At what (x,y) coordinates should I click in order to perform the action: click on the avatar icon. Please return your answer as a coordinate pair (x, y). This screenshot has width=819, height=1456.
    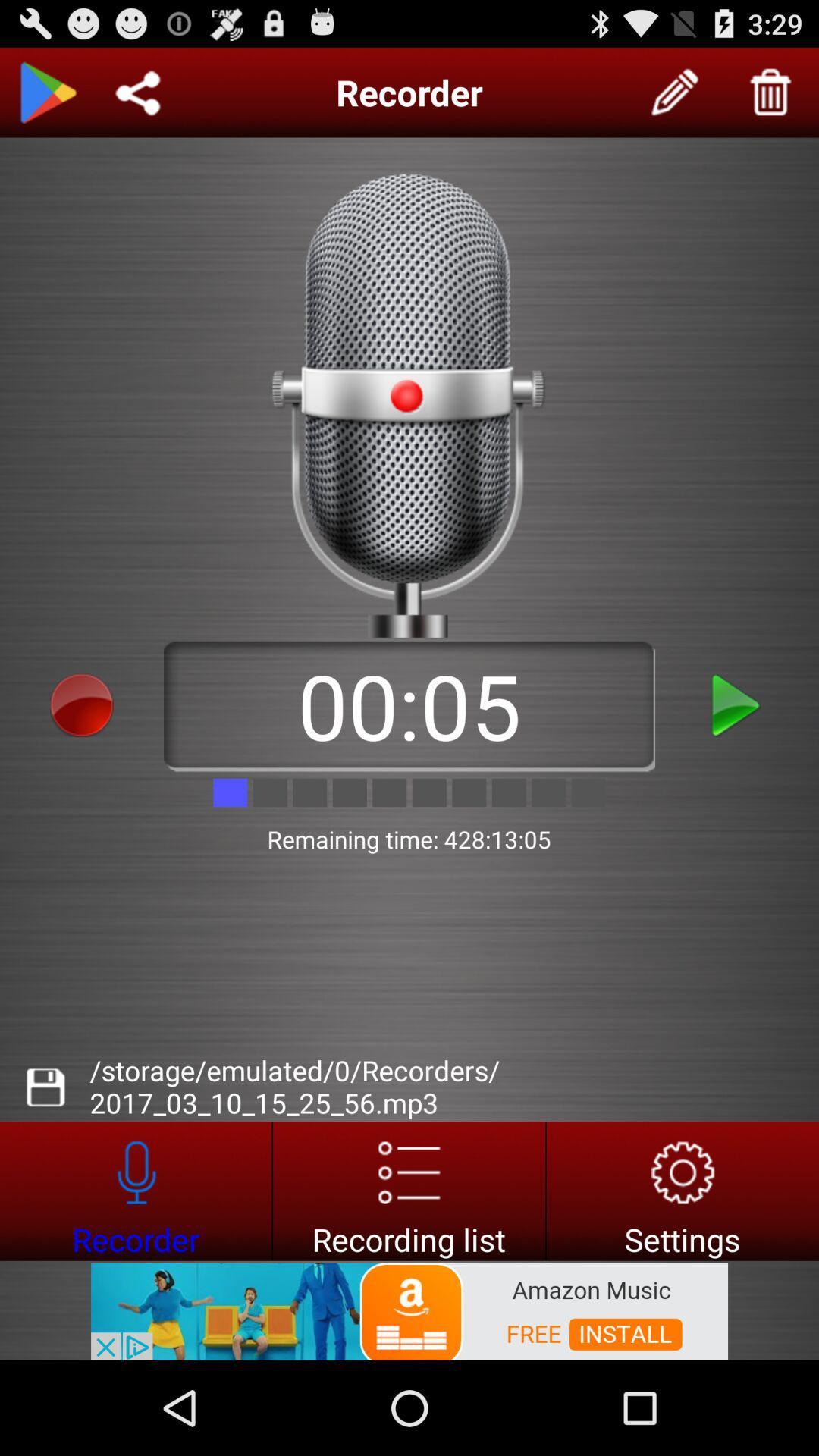
    Looking at the image, I should click on (82, 755).